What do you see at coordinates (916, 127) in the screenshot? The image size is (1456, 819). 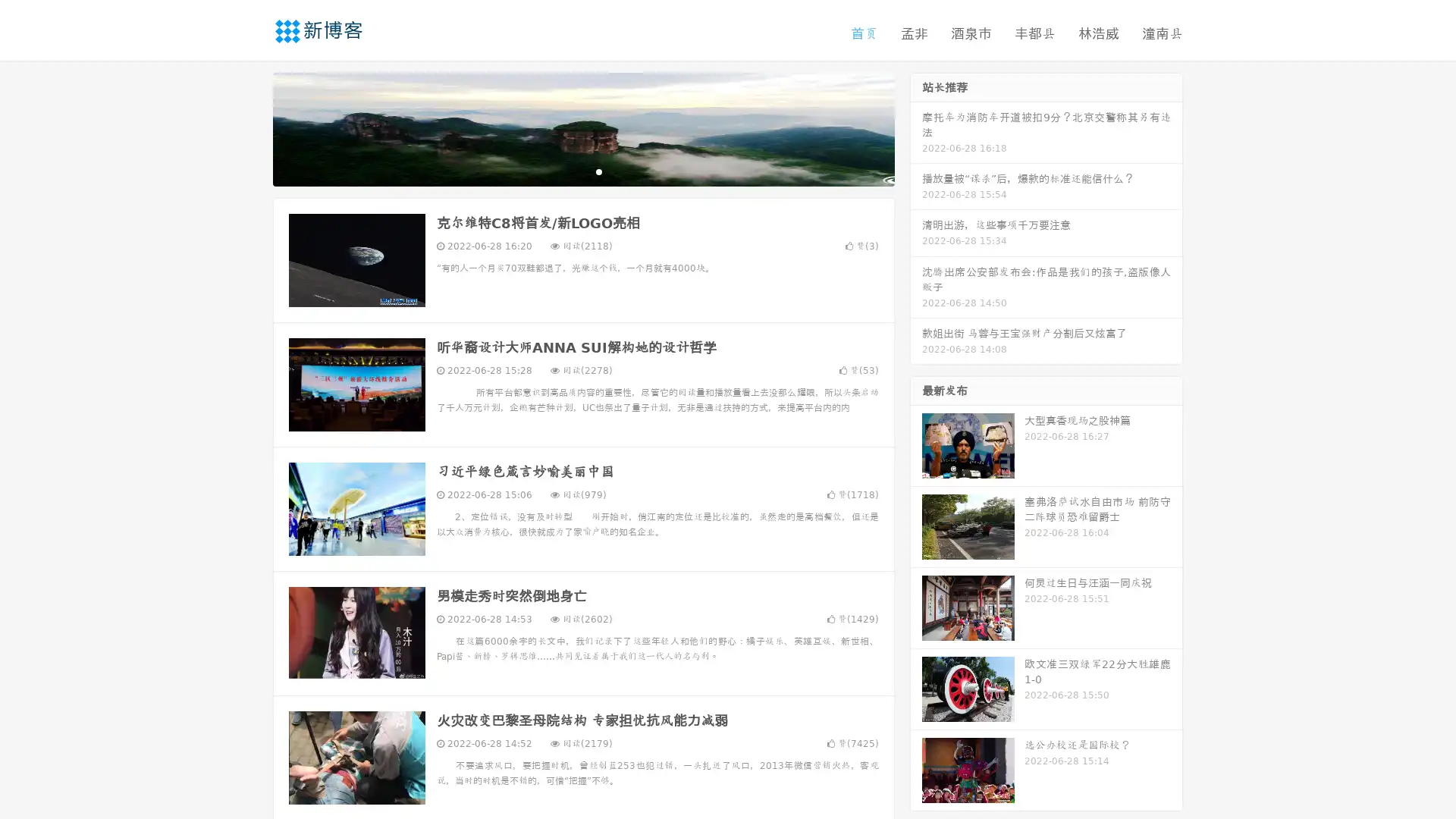 I see `Next slide` at bounding box center [916, 127].